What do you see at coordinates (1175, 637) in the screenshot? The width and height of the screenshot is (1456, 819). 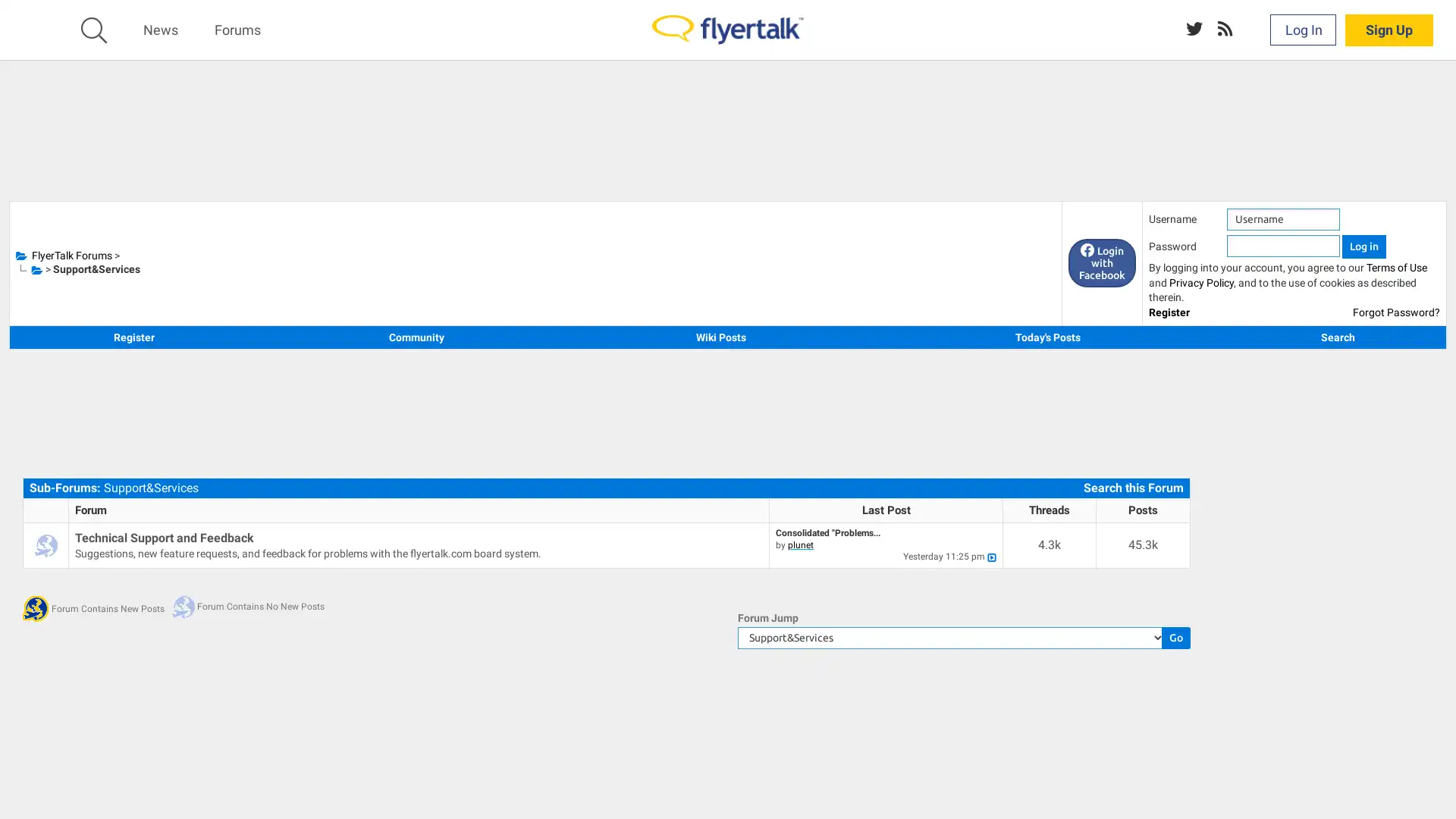 I see `Go` at bounding box center [1175, 637].